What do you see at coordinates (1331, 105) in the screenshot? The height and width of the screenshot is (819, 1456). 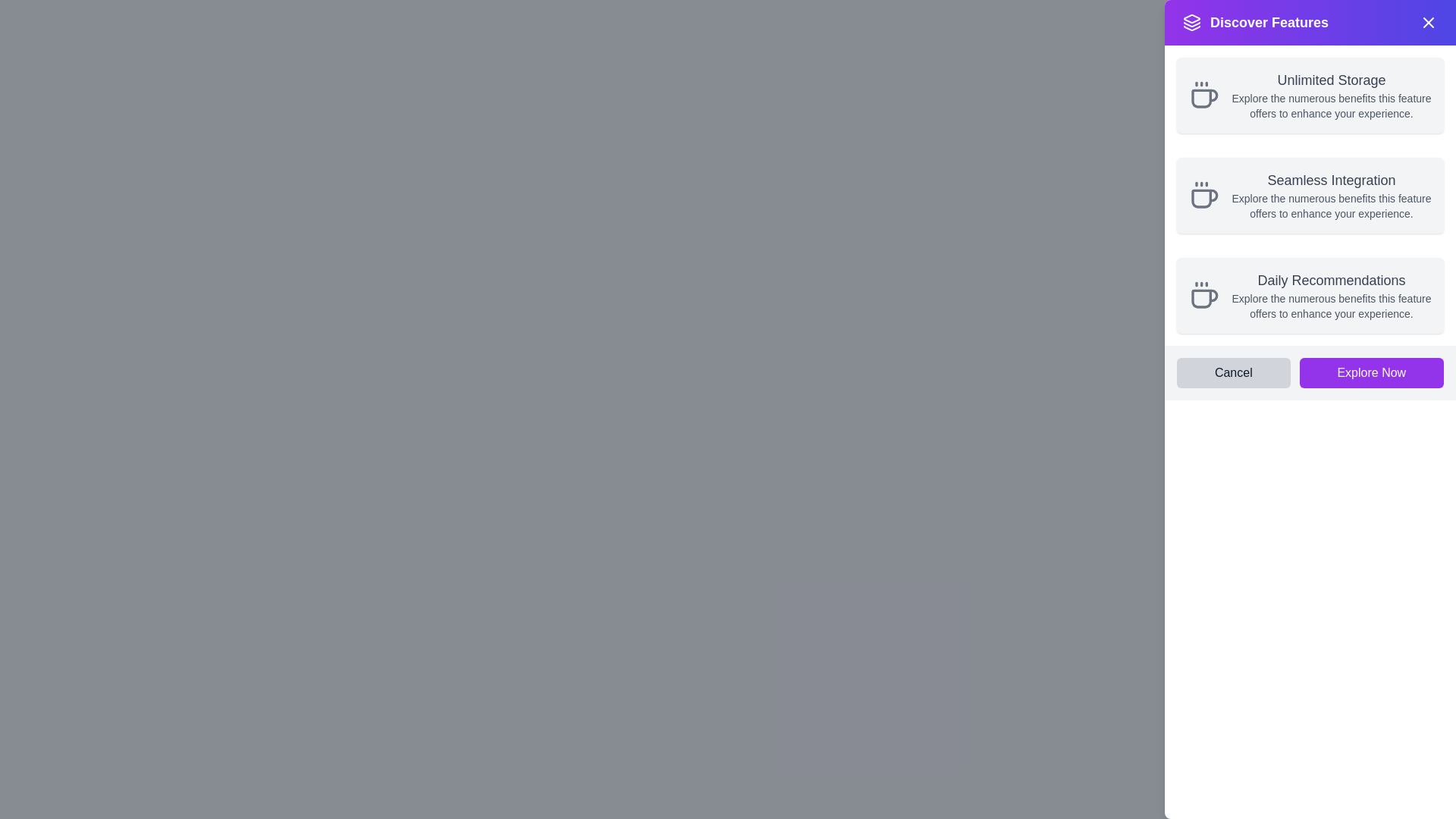 I see `static text content that states 'Explore the numerous benefits this feature offers to enhance your experience.' located beneath the heading 'Unlimited Storage' in the right-aligned panel titled 'Discover Features.'` at bounding box center [1331, 105].